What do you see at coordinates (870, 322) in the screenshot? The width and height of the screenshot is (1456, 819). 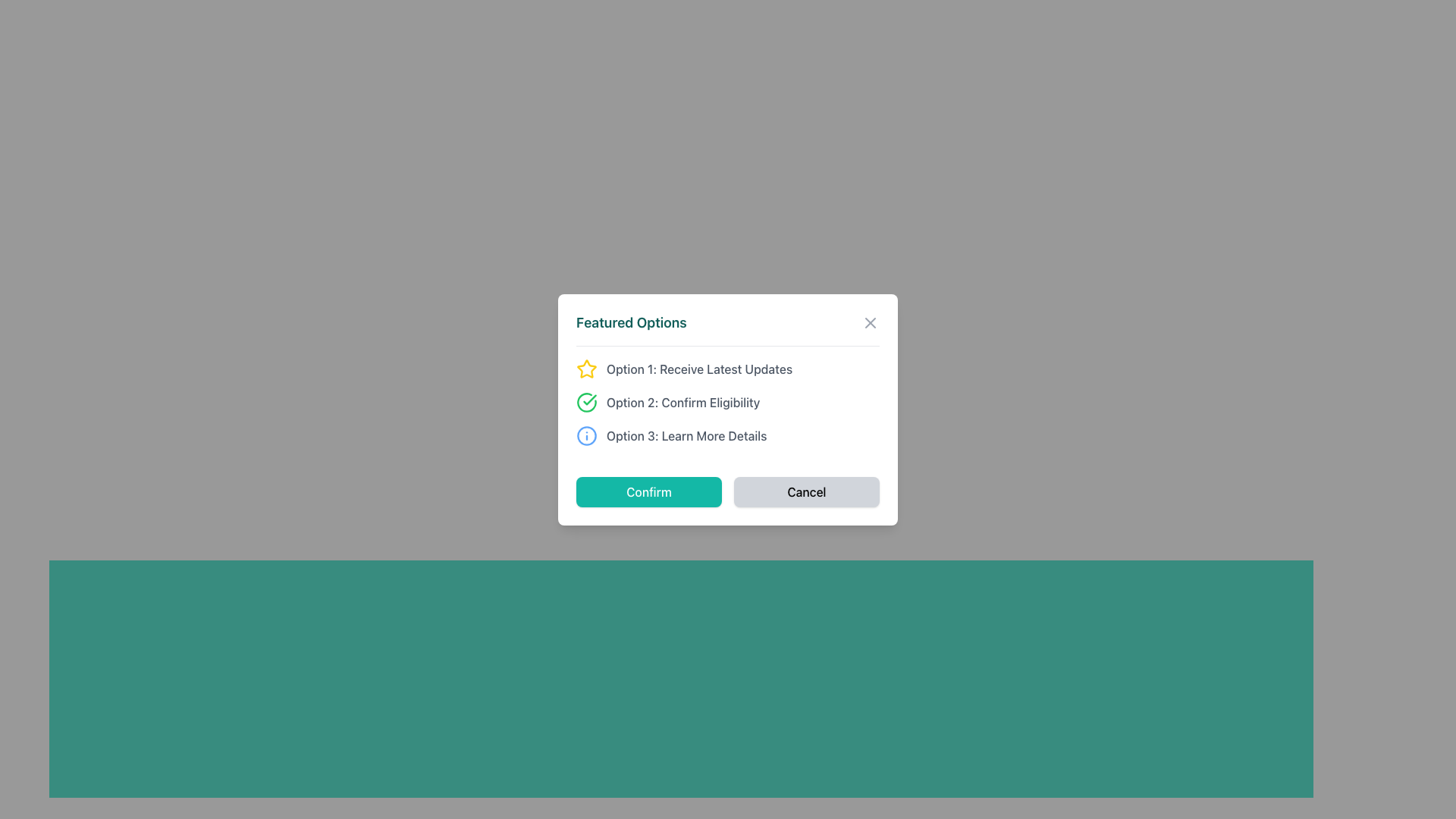 I see `the close icon button located at the top-right corner of the modal box titled 'Featured Options'` at bounding box center [870, 322].